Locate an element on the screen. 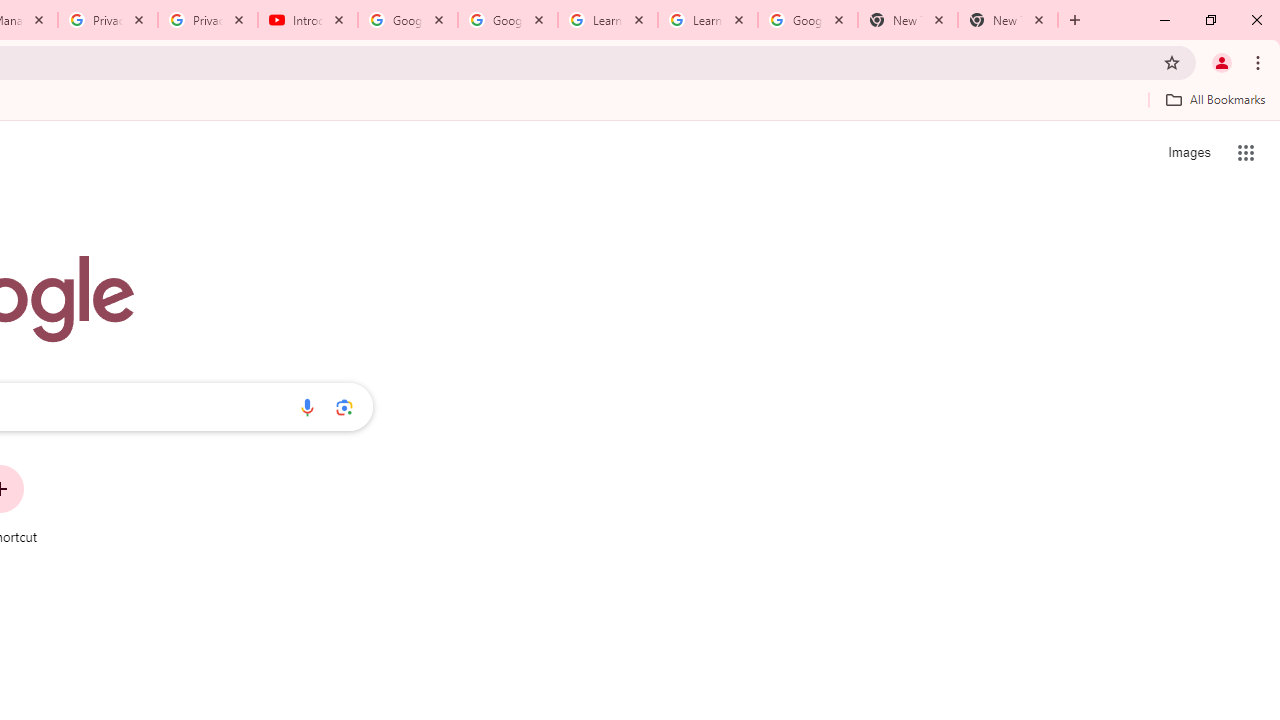 The image size is (1280, 720). 'Search by image' is located at coordinates (344, 406).